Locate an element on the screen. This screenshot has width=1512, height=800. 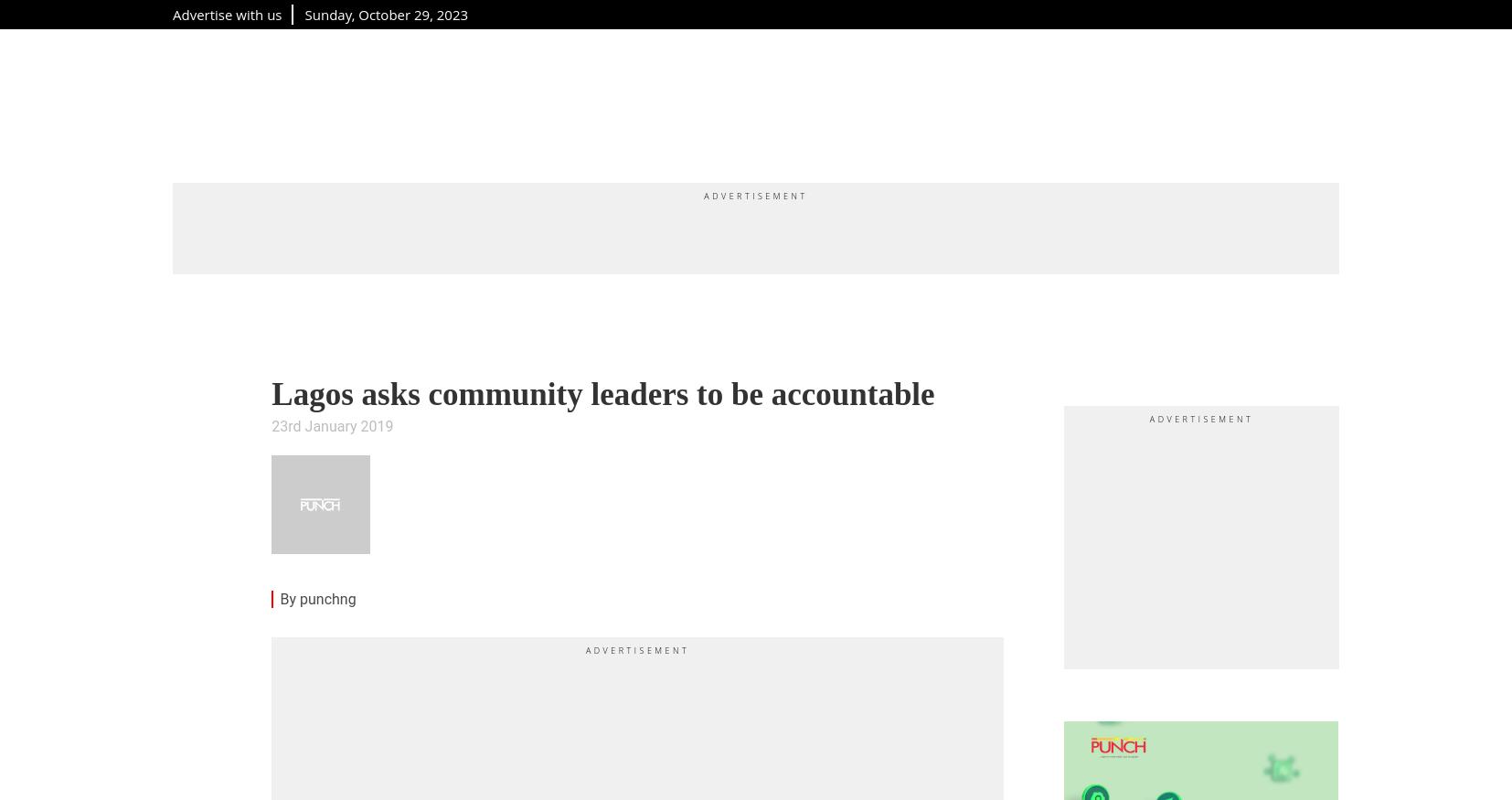
'Metro Plus' is located at coordinates (360, 102).